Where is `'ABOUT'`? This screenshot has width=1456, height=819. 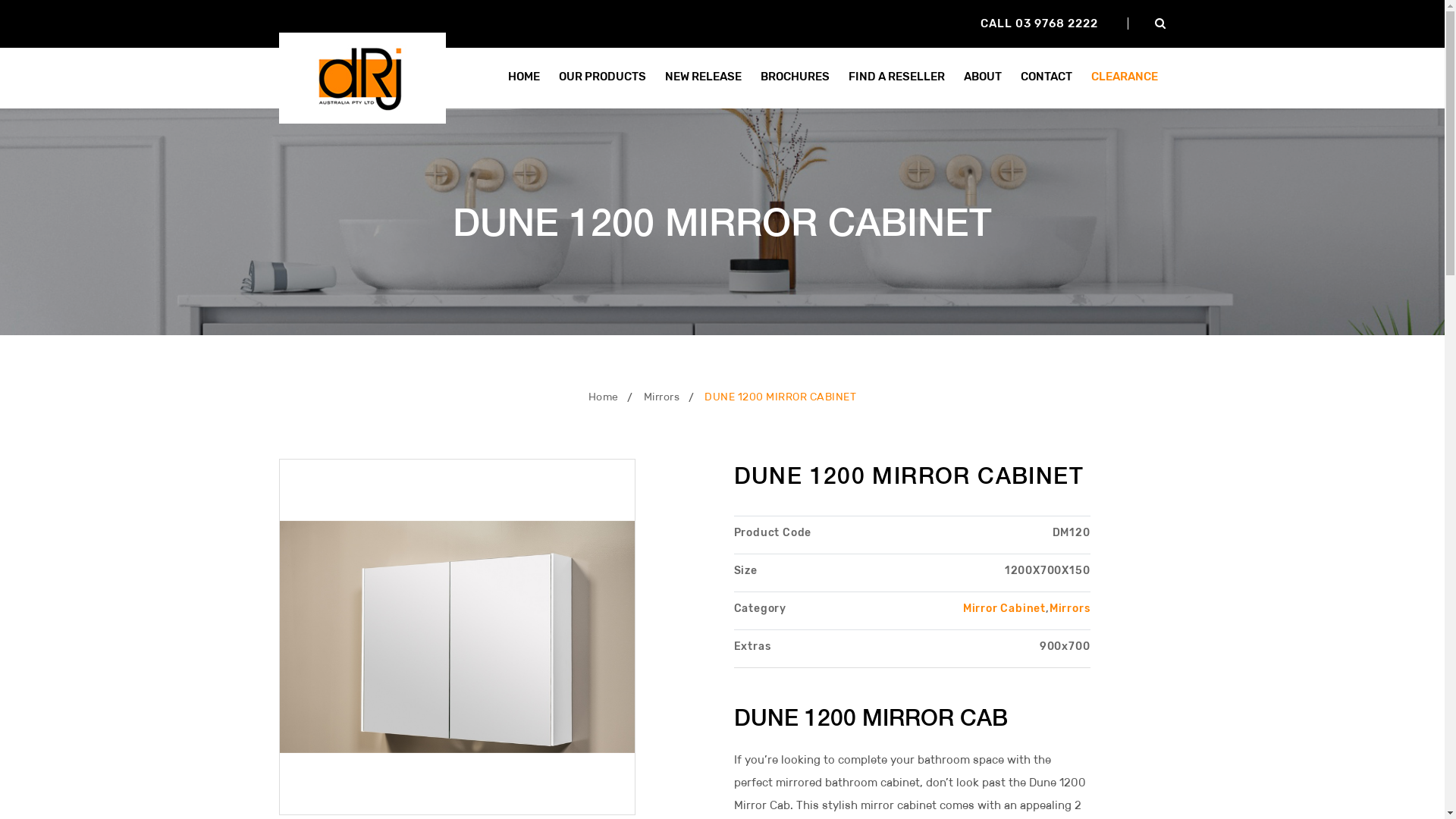
'ABOUT' is located at coordinates (983, 77).